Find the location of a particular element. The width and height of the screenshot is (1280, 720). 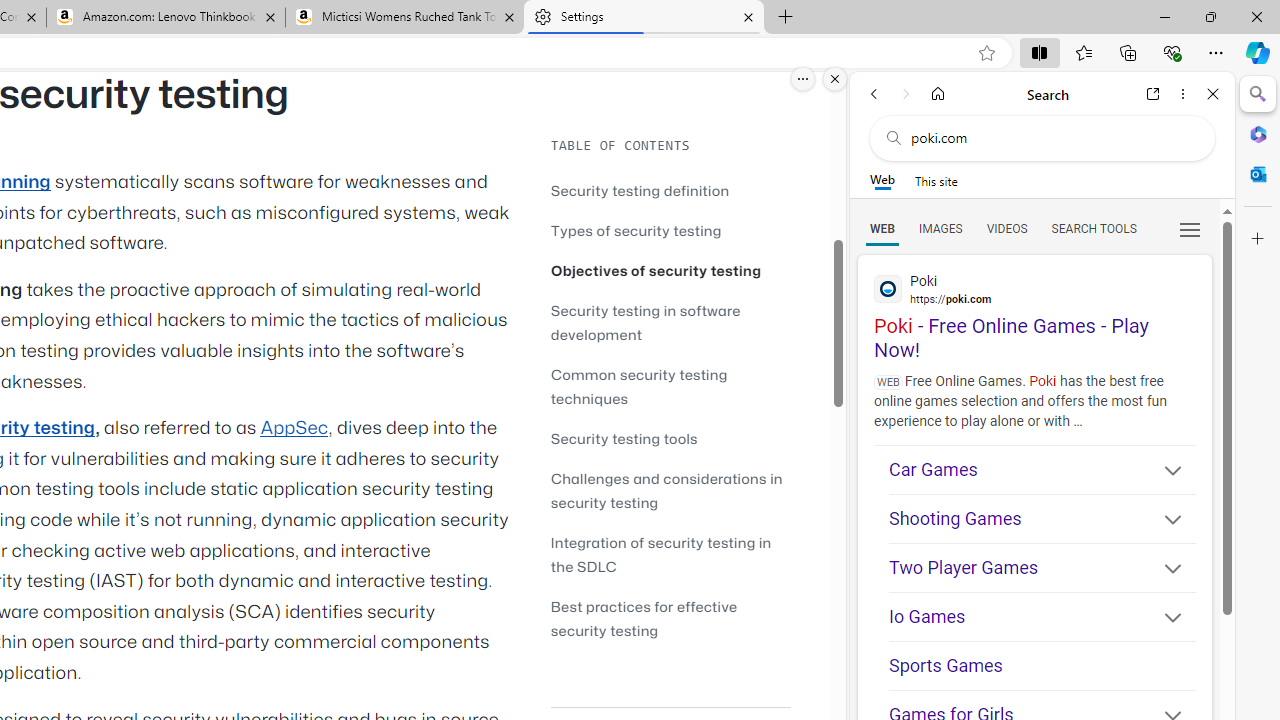

'Best practices for effective security testing' is located at coordinates (670, 617).